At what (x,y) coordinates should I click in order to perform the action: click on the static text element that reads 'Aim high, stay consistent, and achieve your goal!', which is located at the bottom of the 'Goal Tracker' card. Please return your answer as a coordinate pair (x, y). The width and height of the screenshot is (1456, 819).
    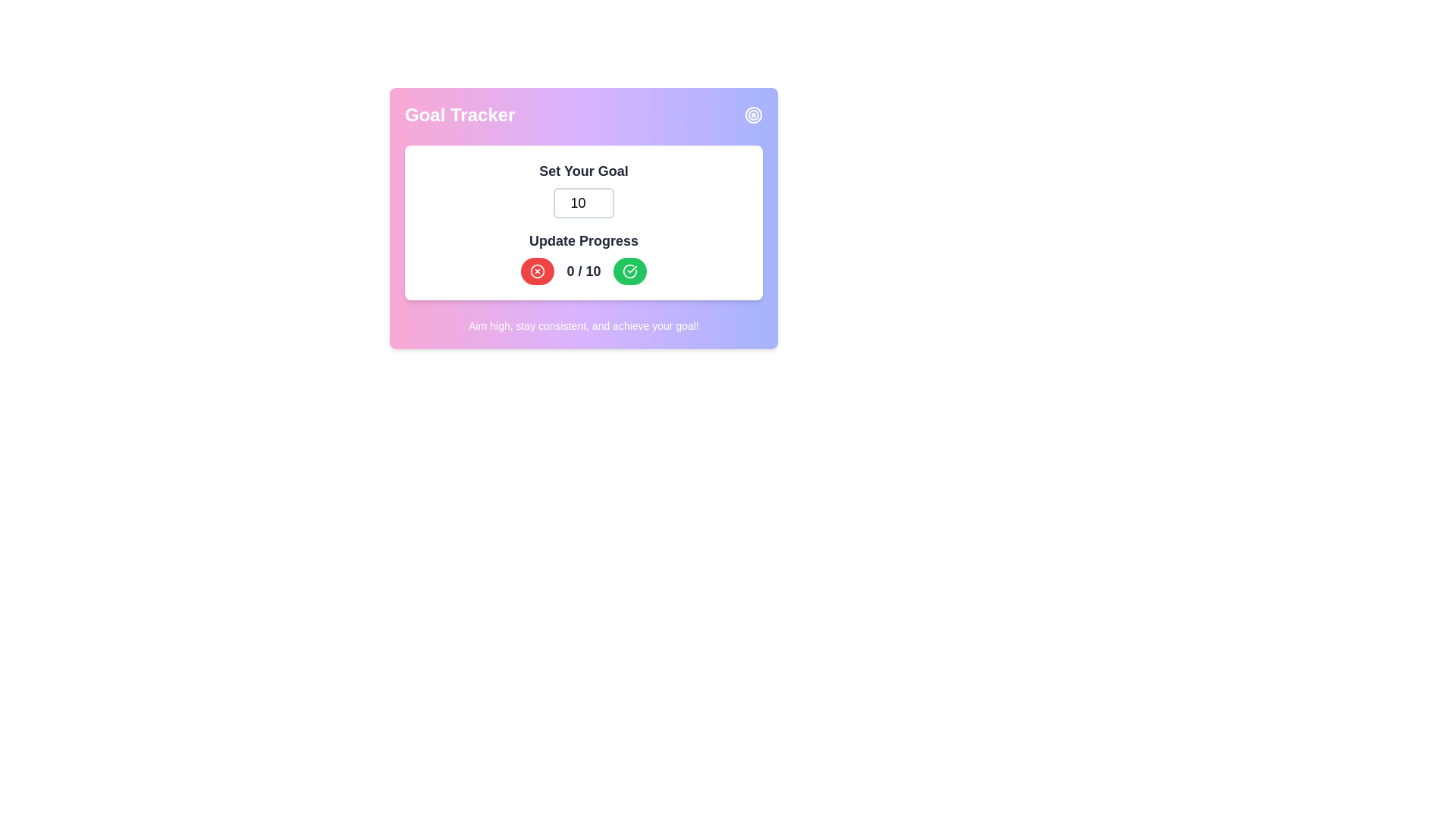
    Looking at the image, I should click on (582, 325).